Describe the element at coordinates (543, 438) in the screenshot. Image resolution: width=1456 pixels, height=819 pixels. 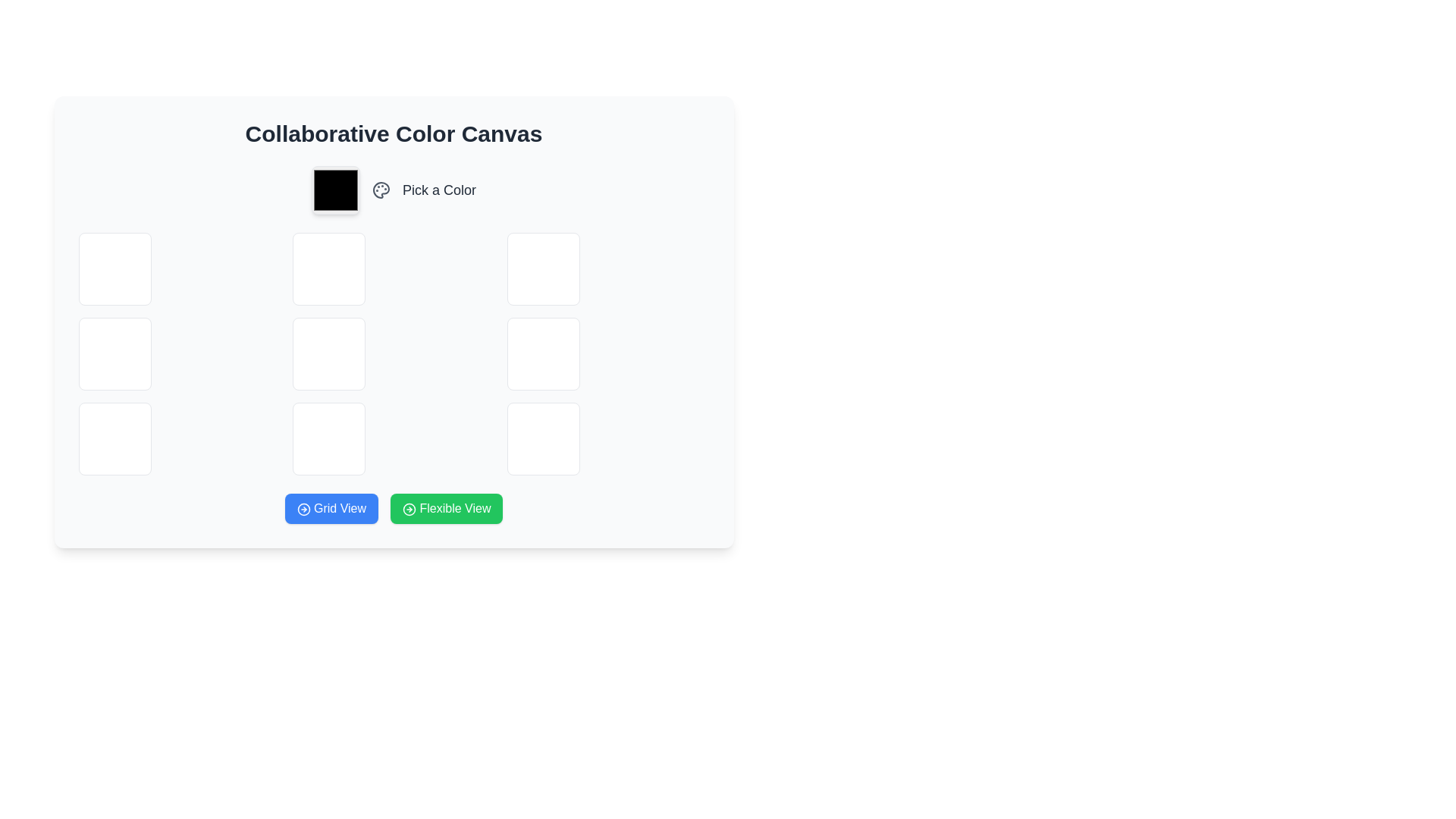
I see `the square-shaped grid cell component located` at that location.